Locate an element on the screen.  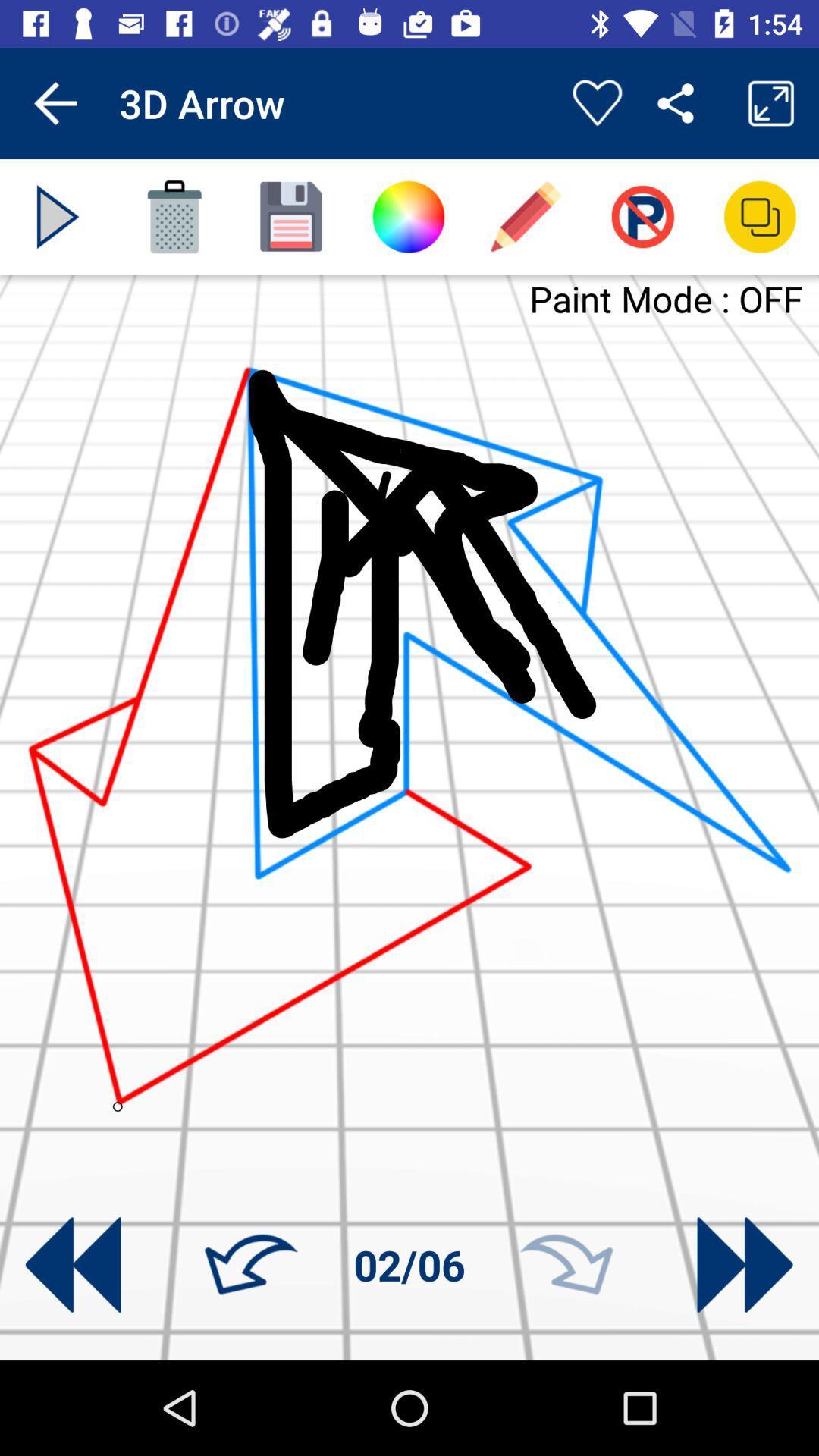
move forward is located at coordinates (566, 1265).